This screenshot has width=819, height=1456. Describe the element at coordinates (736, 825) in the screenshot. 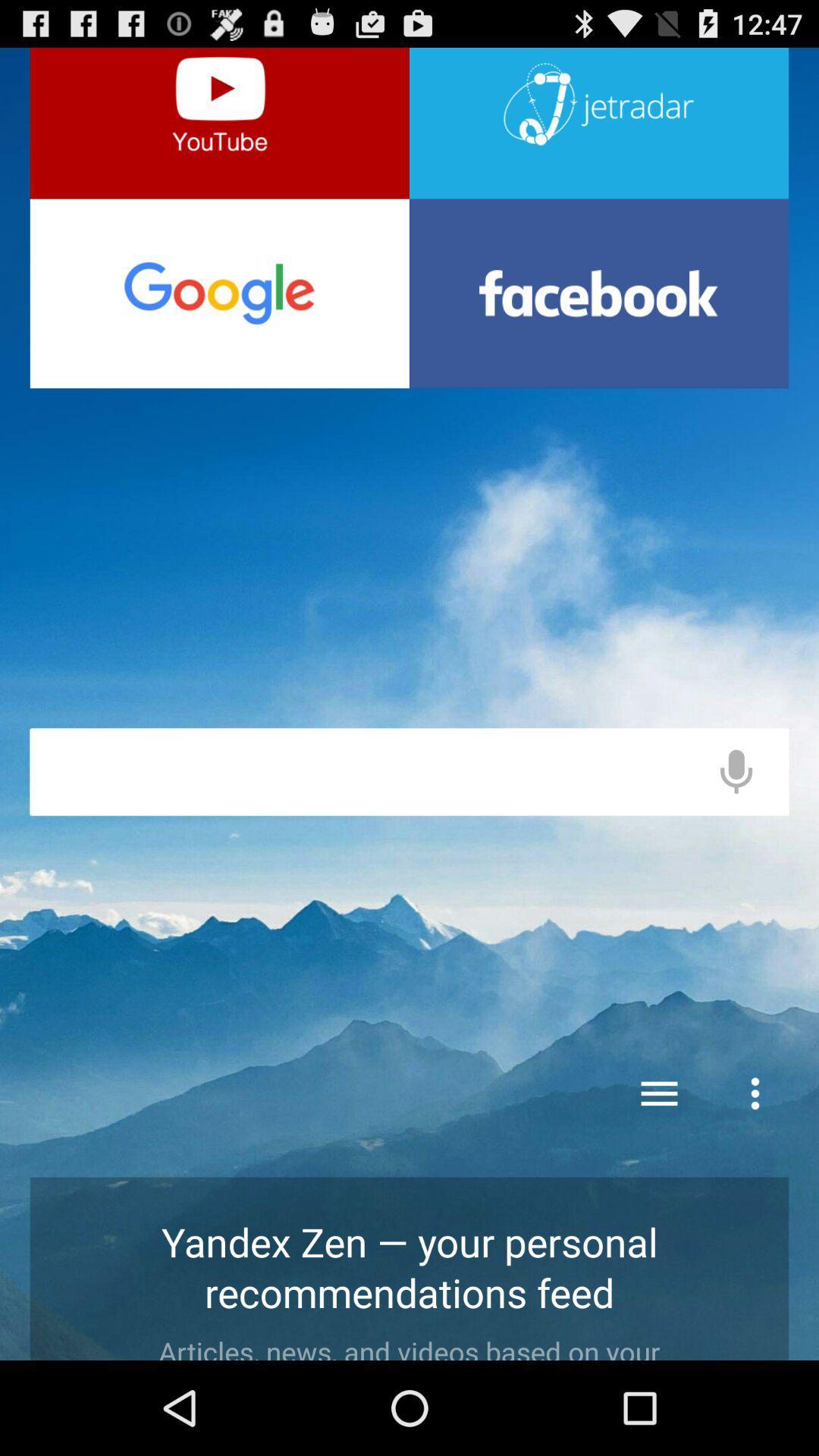

I see `the microphone icon` at that location.